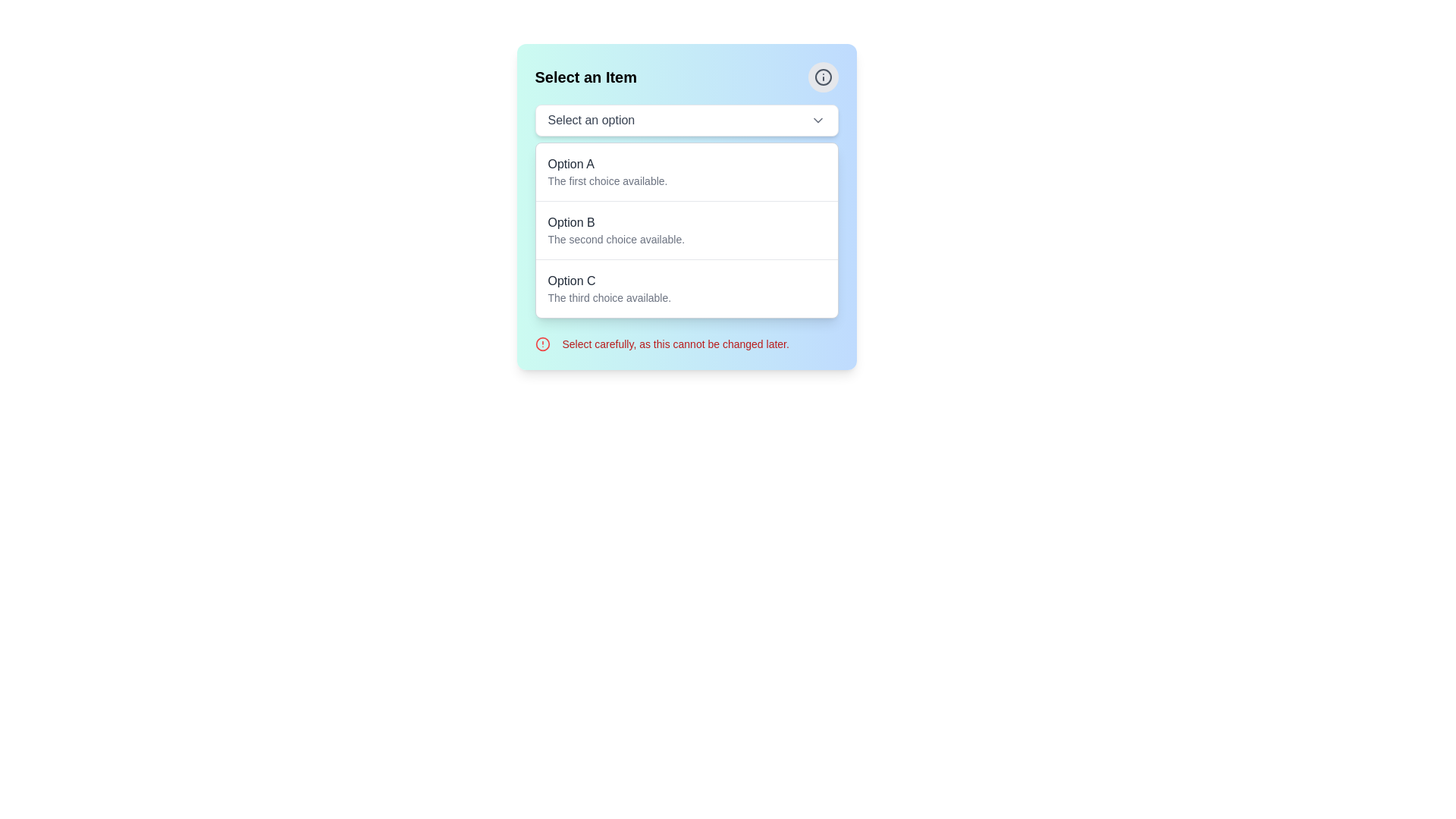 The height and width of the screenshot is (819, 1456). What do you see at coordinates (686, 230) in the screenshot?
I see `the second selectable choice in the dropdown list, which is positioned between 'Option A' and 'Option C'` at bounding box center [686, 230].